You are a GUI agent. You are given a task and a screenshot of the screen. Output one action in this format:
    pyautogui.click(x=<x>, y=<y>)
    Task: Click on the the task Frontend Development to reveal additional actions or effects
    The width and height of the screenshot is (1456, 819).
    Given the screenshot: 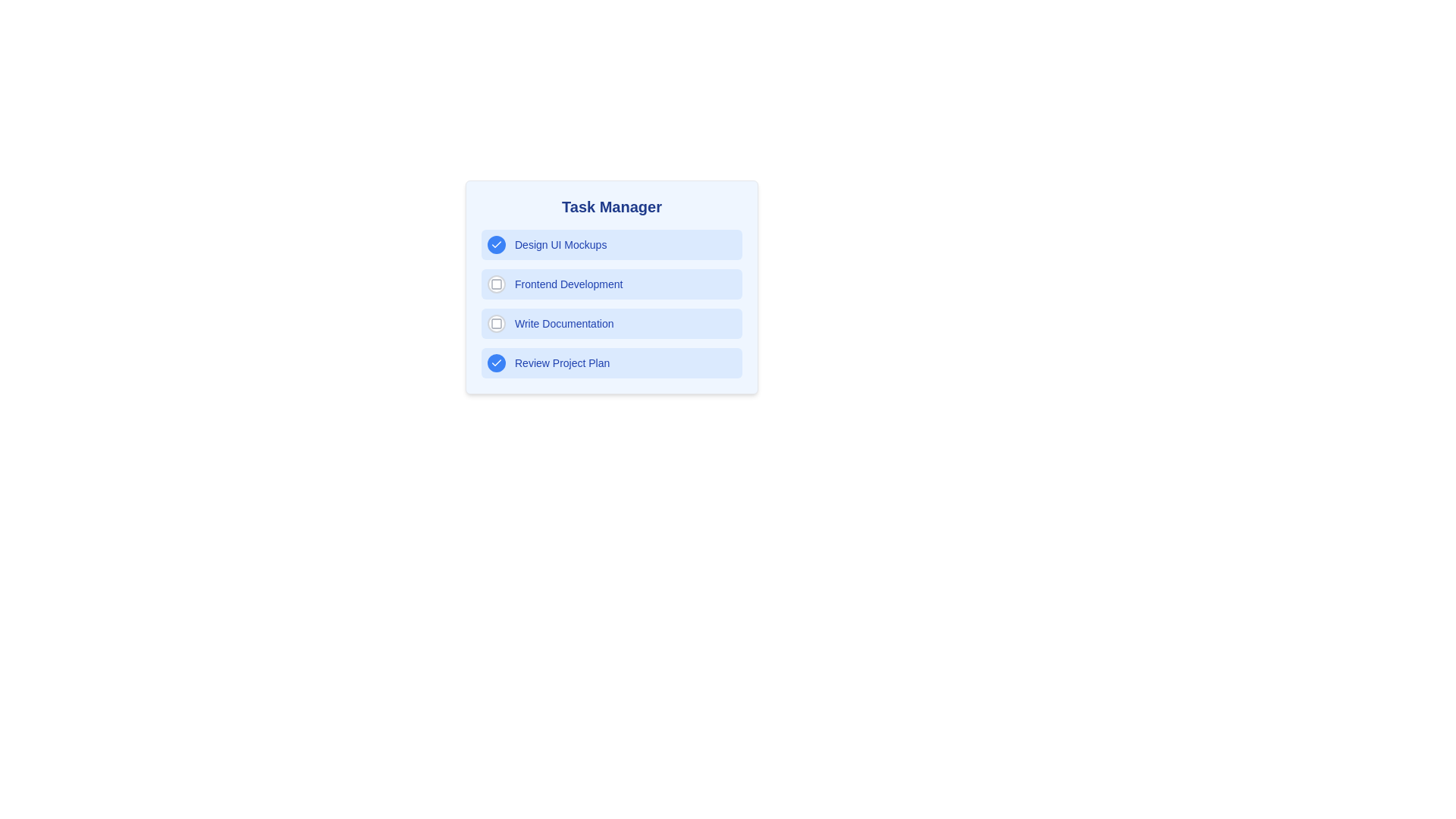 What is the action you would take?
    pyautogui.click(x=611, y=284)
    